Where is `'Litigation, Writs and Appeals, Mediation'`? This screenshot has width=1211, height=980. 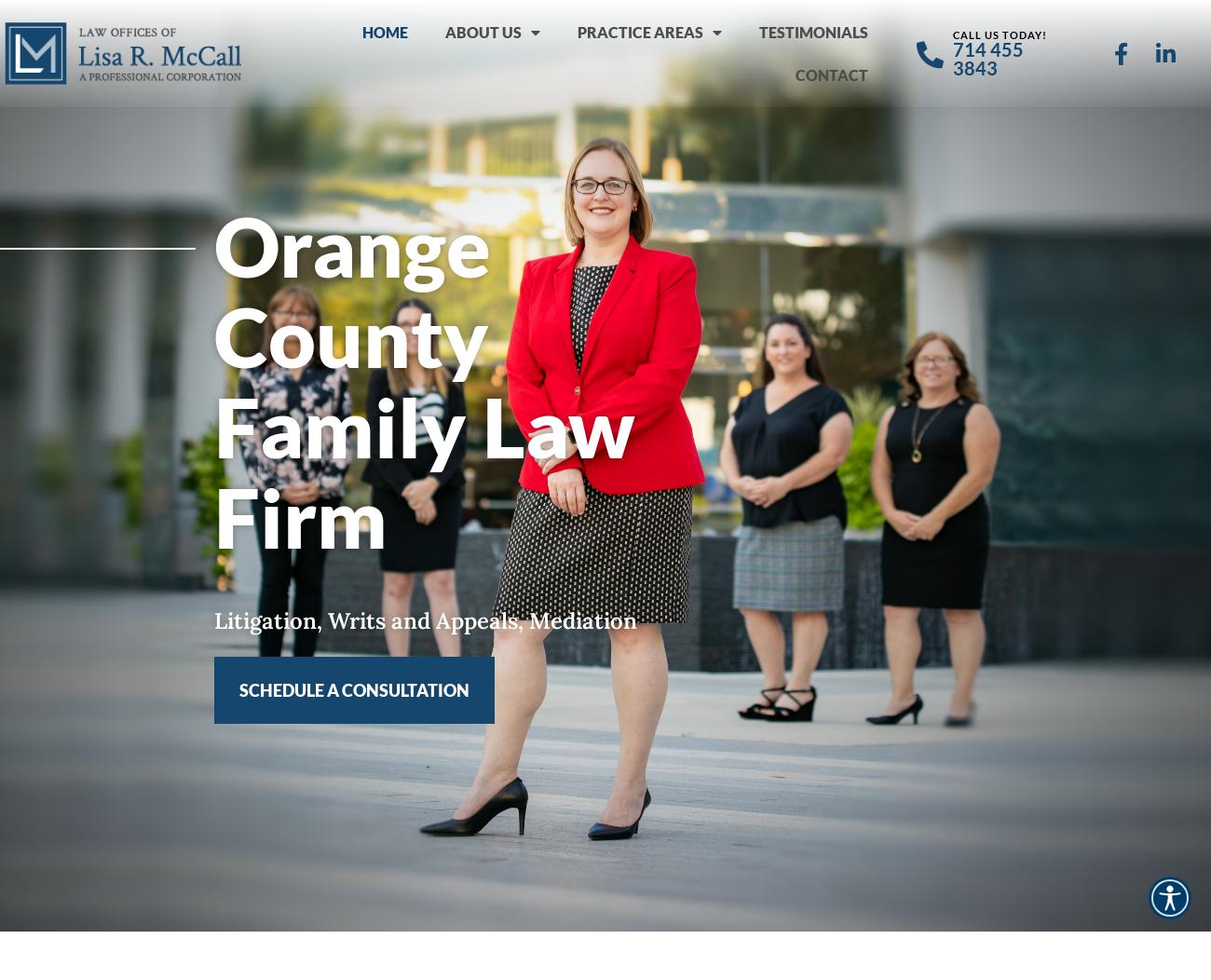
'Litigation, Writs and Appeals, Mediation' is located at coordinates (424, 619).